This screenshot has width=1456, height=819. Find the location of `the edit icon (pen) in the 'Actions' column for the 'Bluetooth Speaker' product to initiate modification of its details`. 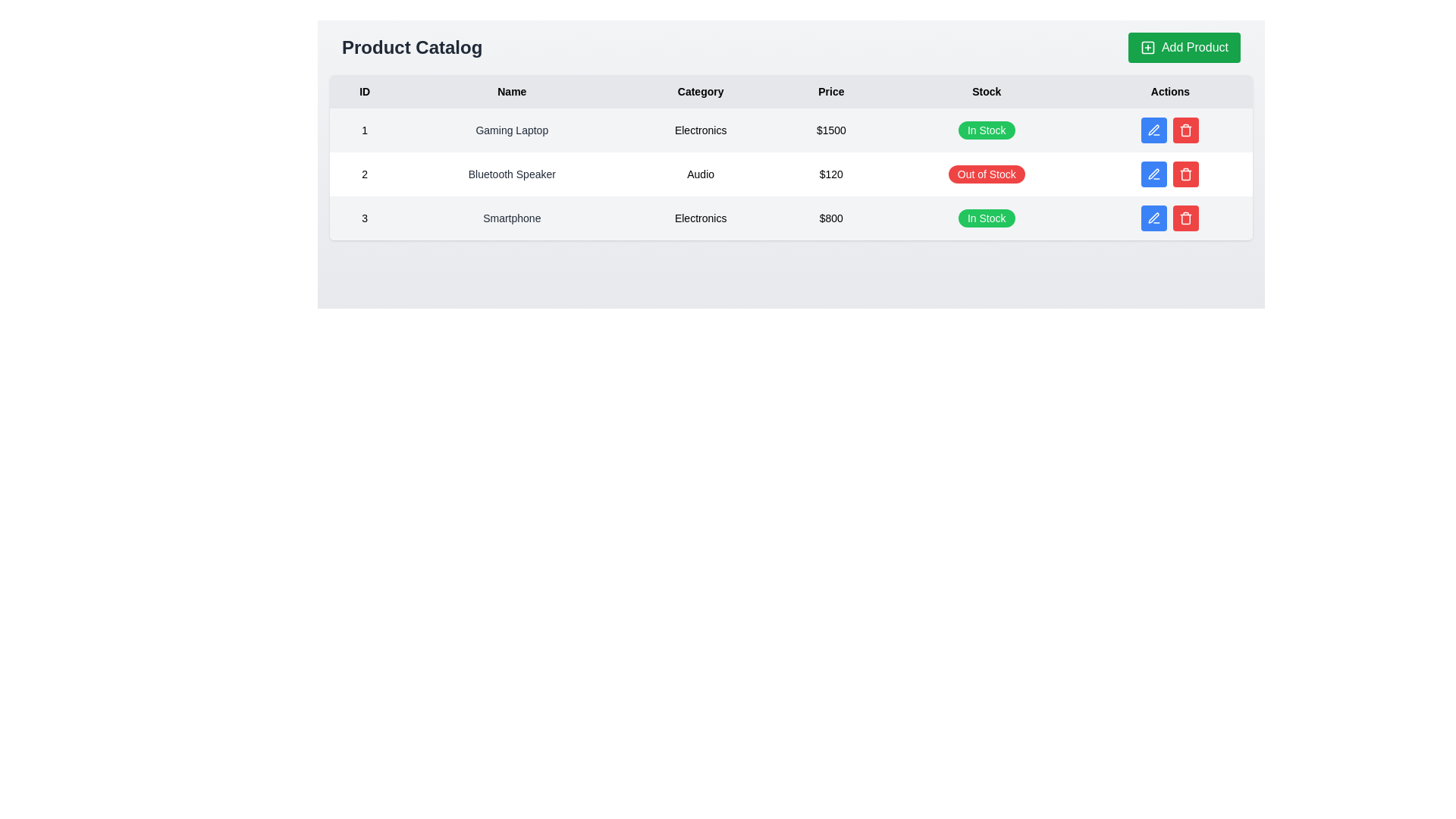

the edit icon (pen) in the 'Actions' column for the 'Bluetooth Speaker' product to initiate modification of its details is located at coordinates (1153, 174).